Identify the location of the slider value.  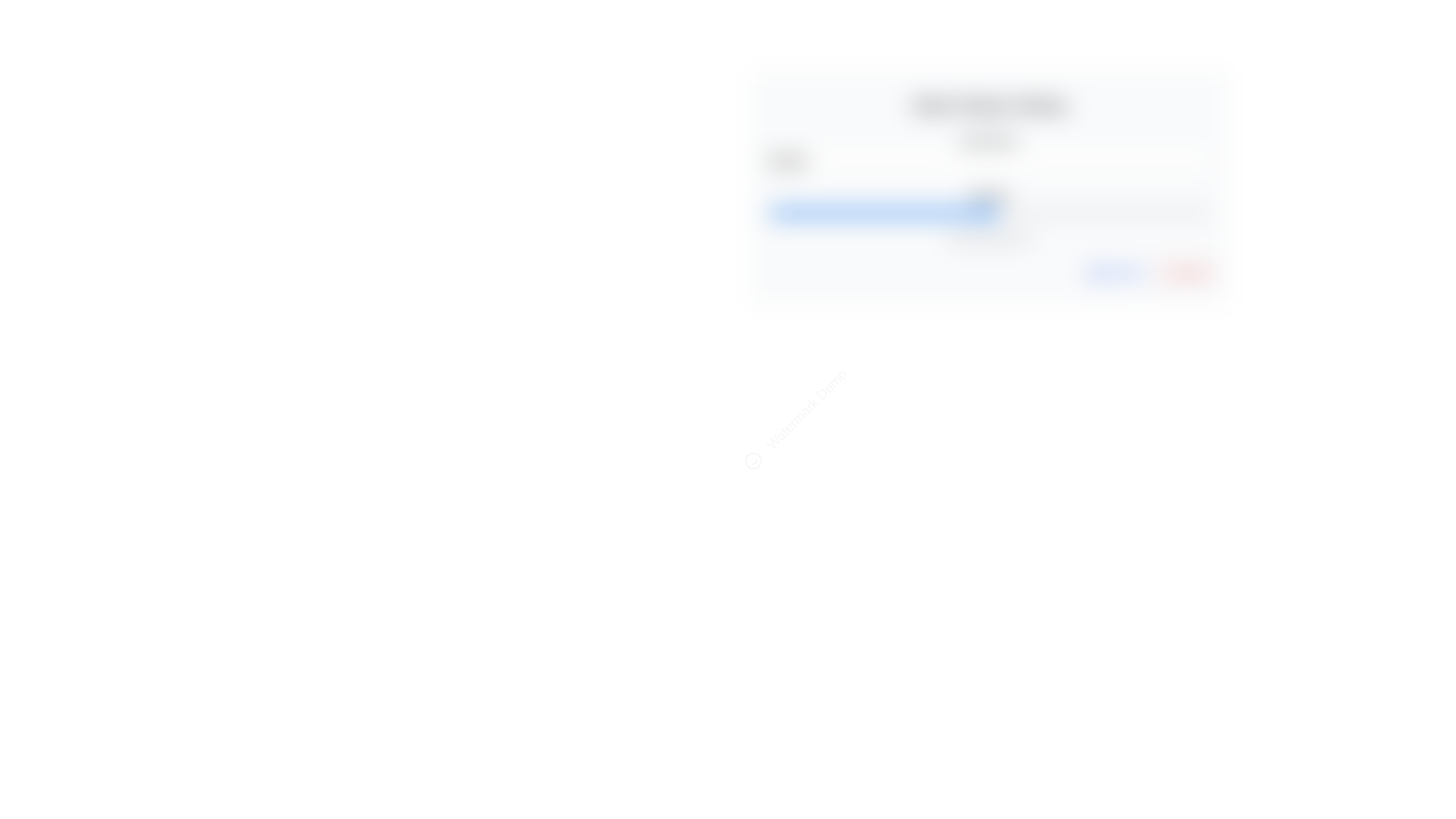
(1081, 213).